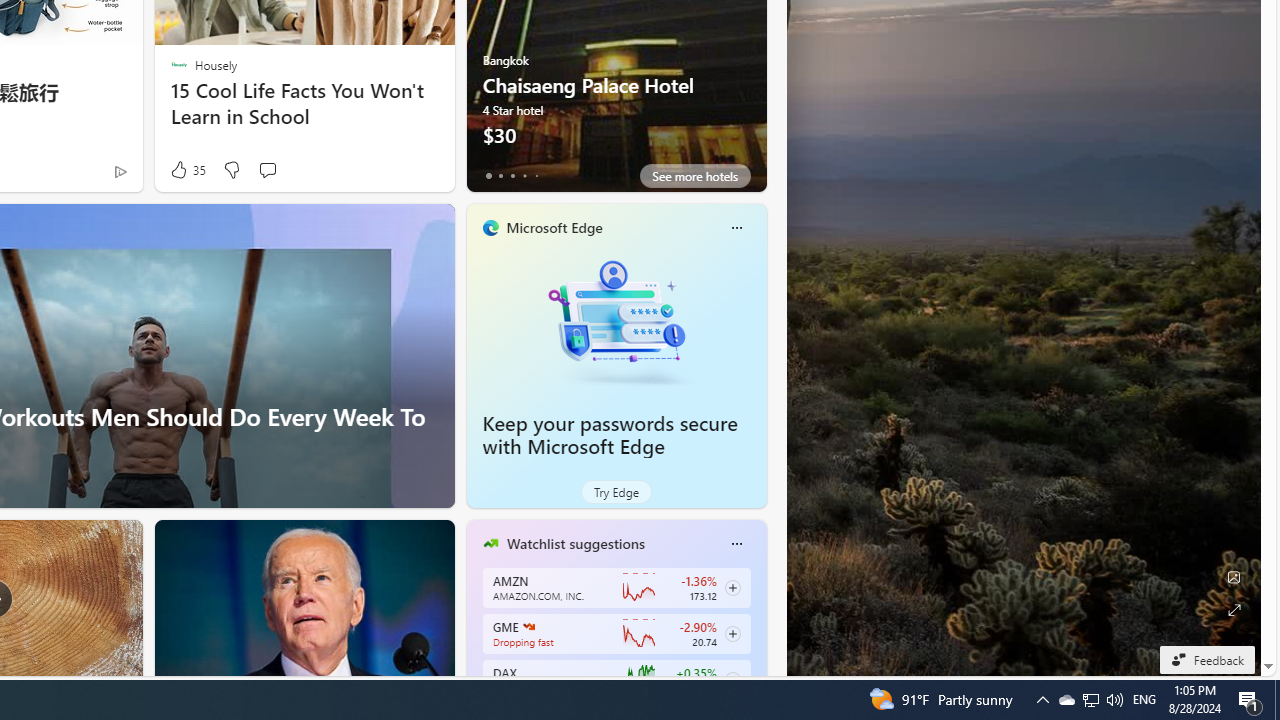  What do you see at coordinates (500, 175) in the screenshot?
I see `'tab-1'` at bounding box center [500, 175].